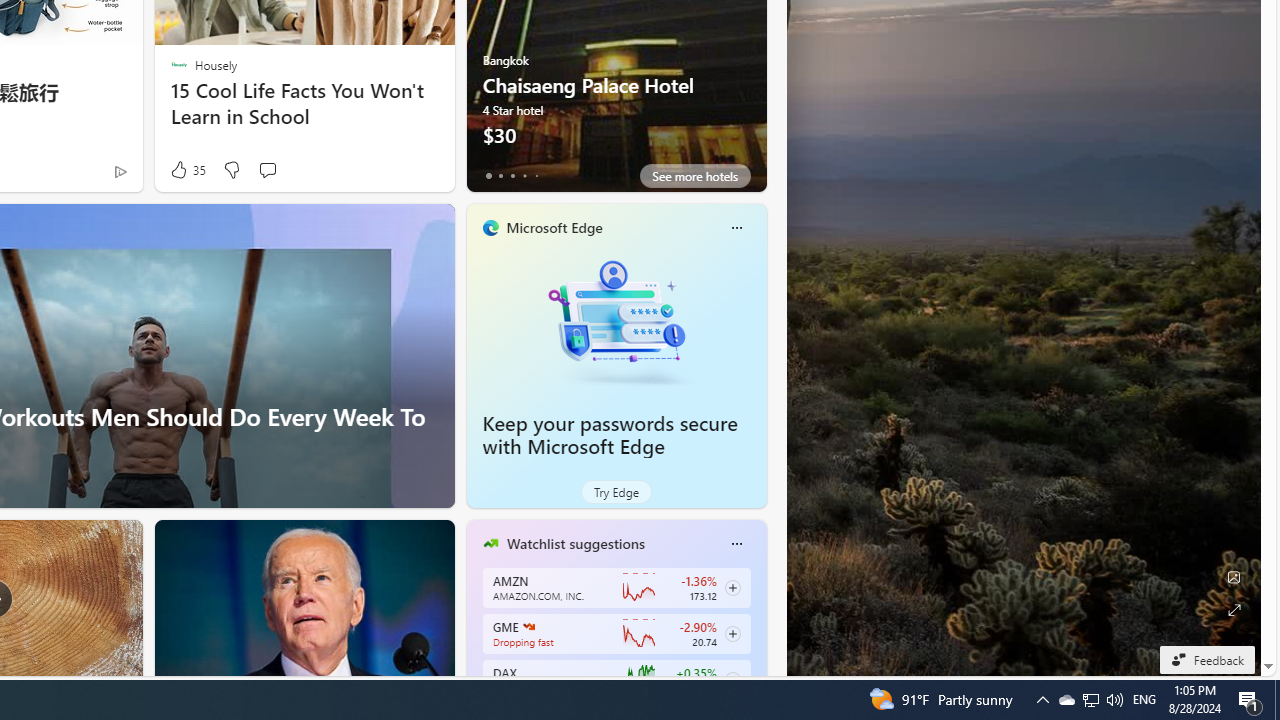  What do you see at coordinates (500, 175) in the screenshot?
I see `'tab-1'` at bounding box center [500, 175].